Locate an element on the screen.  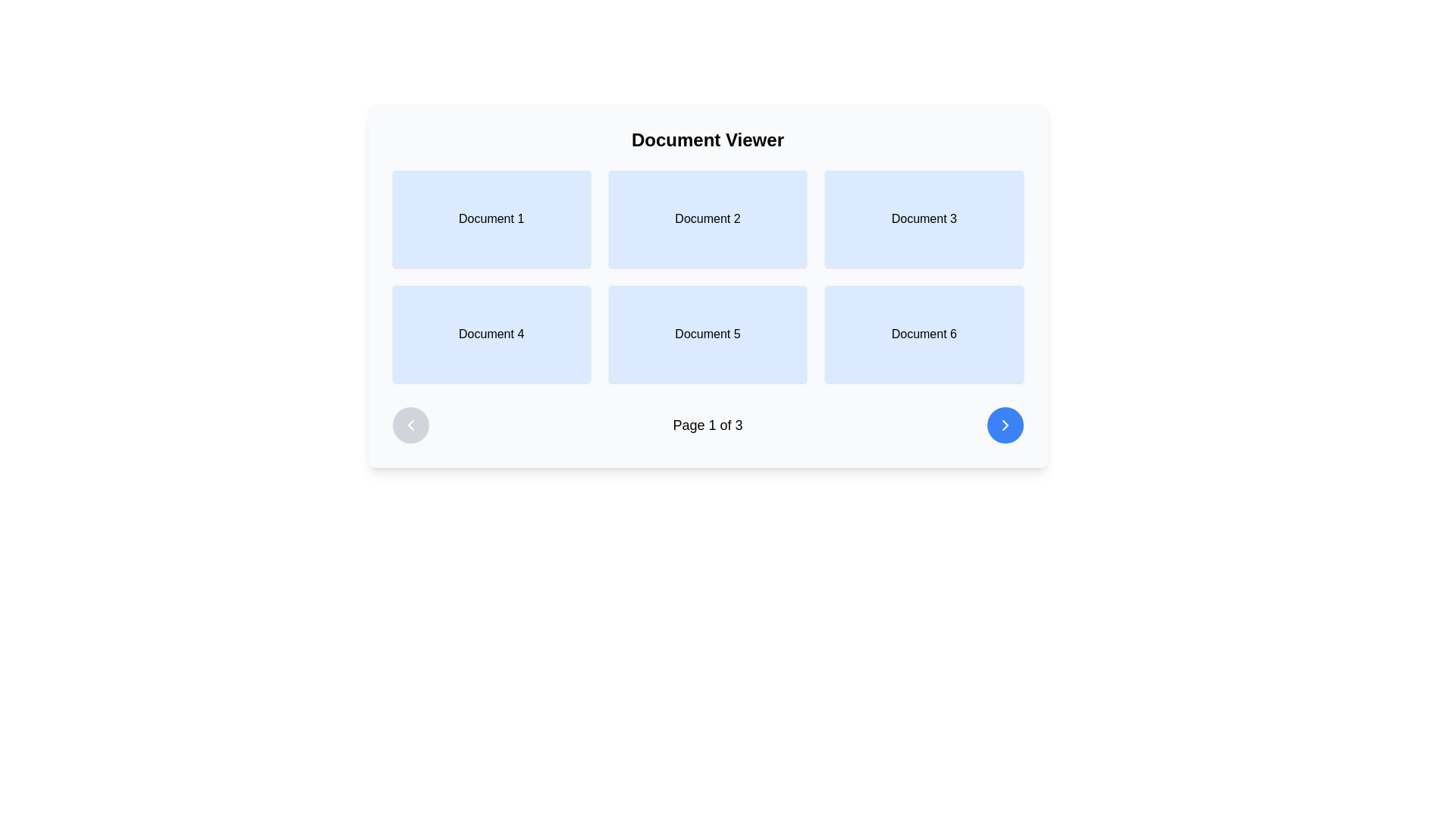
the middle card in the bottom row of the 3x2 grid layout that represents a document, which serves as a preview or navigational link to the document's details is located at coordinates (707, 333).